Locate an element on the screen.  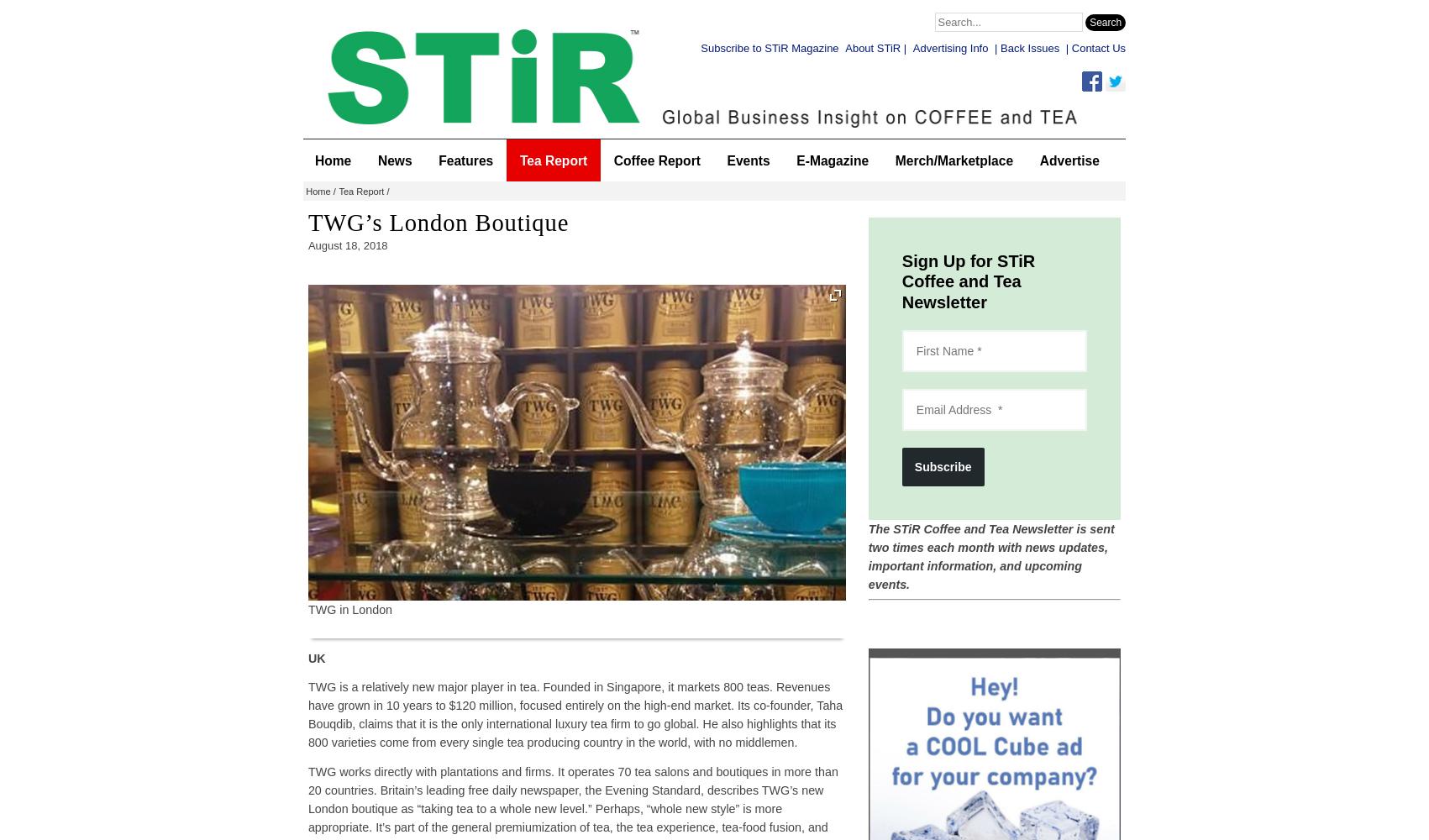
'Merch/Marketplace' is located at coordinates (953, 159).